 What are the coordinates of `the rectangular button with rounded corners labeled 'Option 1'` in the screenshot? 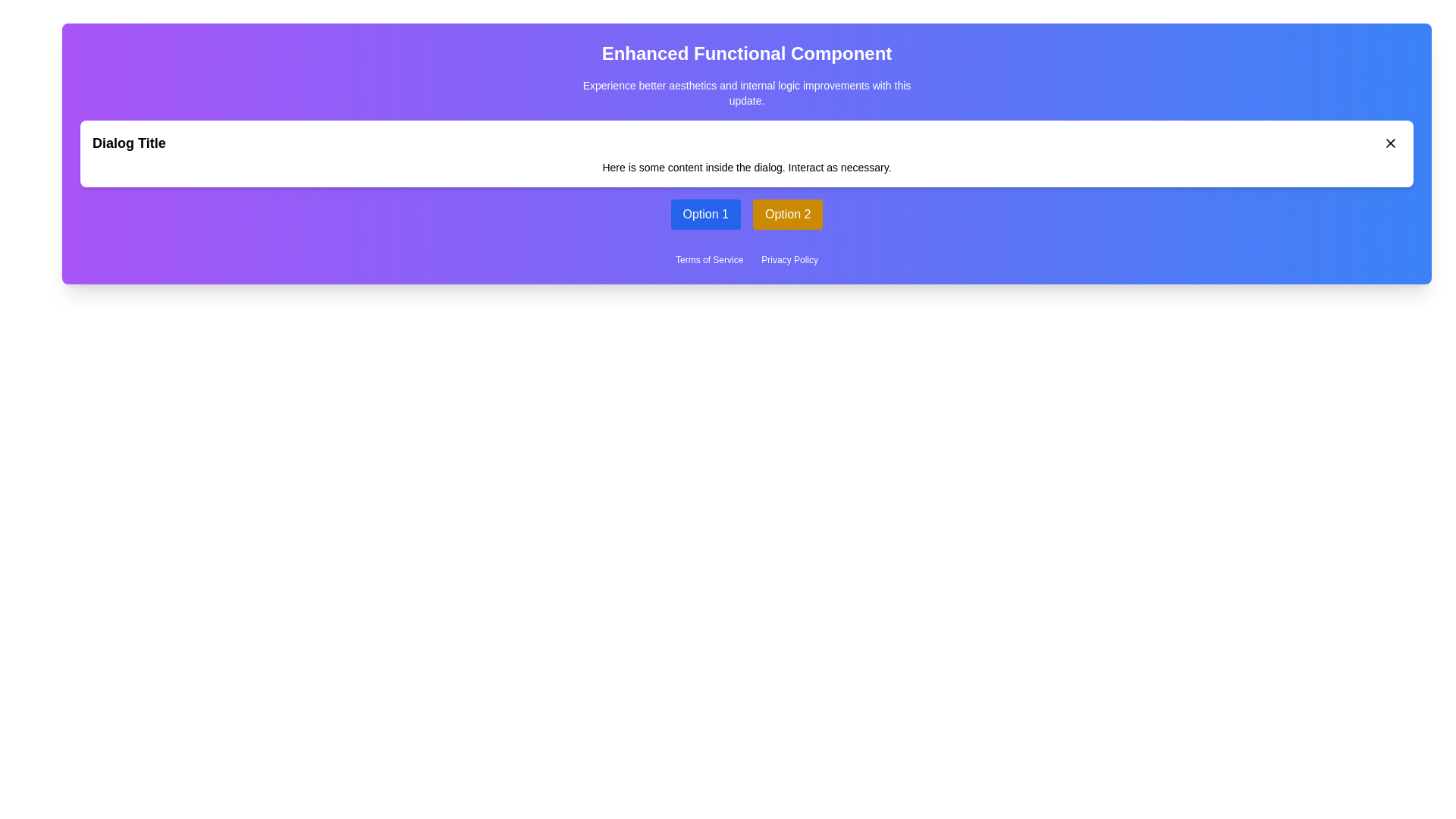 It's located at (704, 214).